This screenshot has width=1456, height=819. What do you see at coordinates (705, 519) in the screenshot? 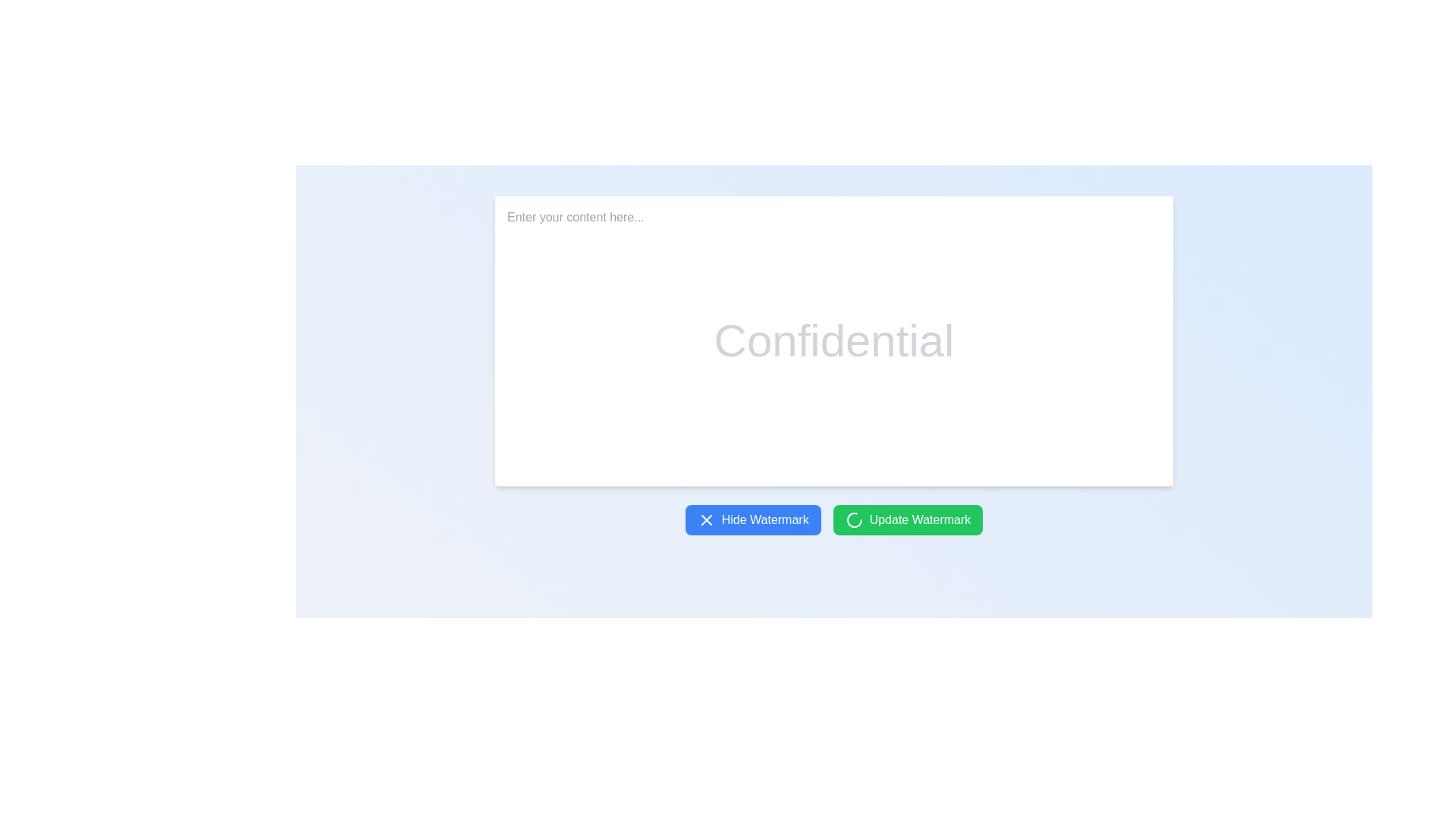
I see `the 'X' icon rendered as part of the SVG element with the 'lucide-x' class, located near the top-right corner of the modal interface` at bounding box center [705, 519].